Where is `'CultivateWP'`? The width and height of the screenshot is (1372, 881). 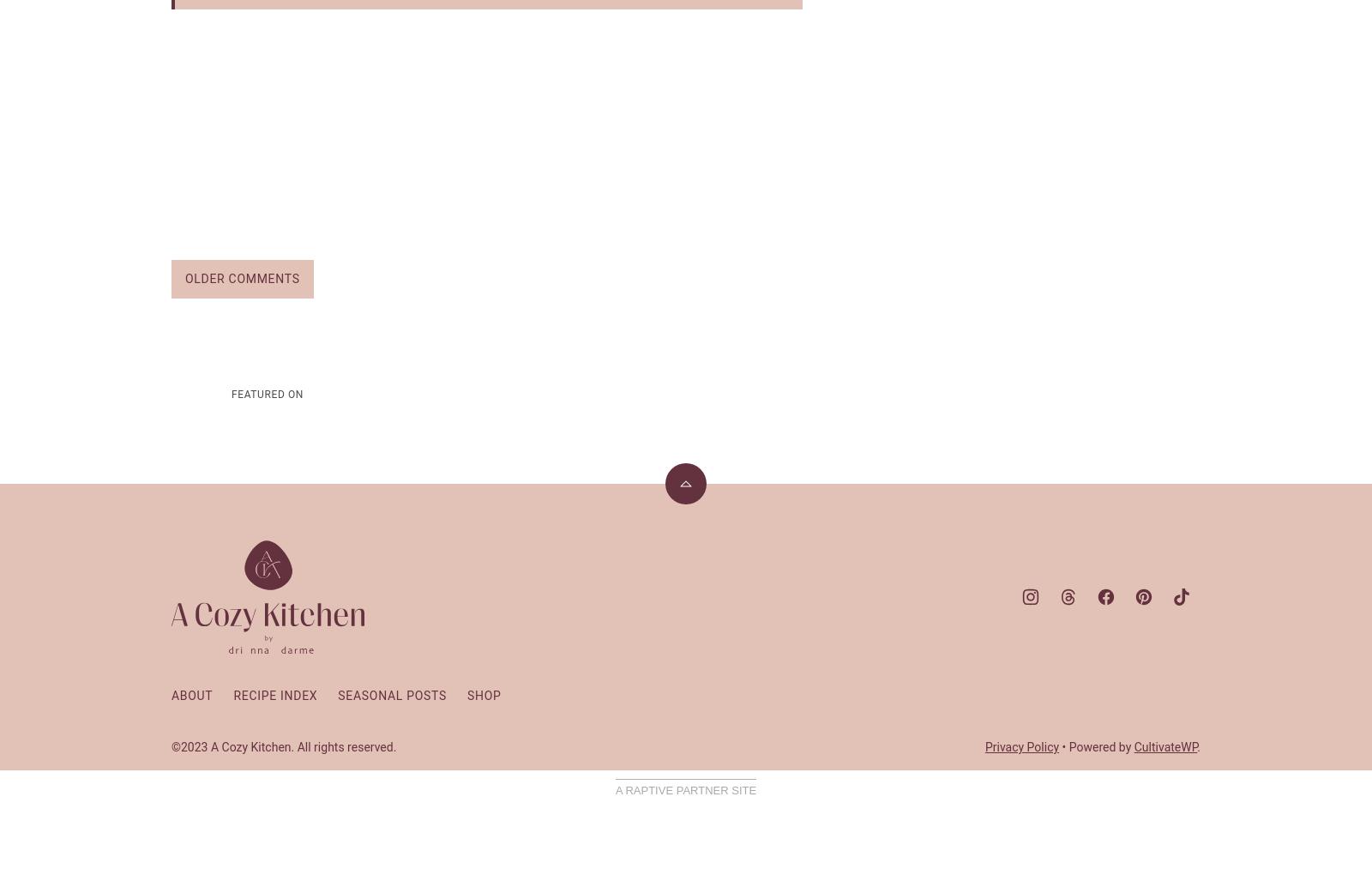 'CultivateWP' is located at coordinates (1164, 745).